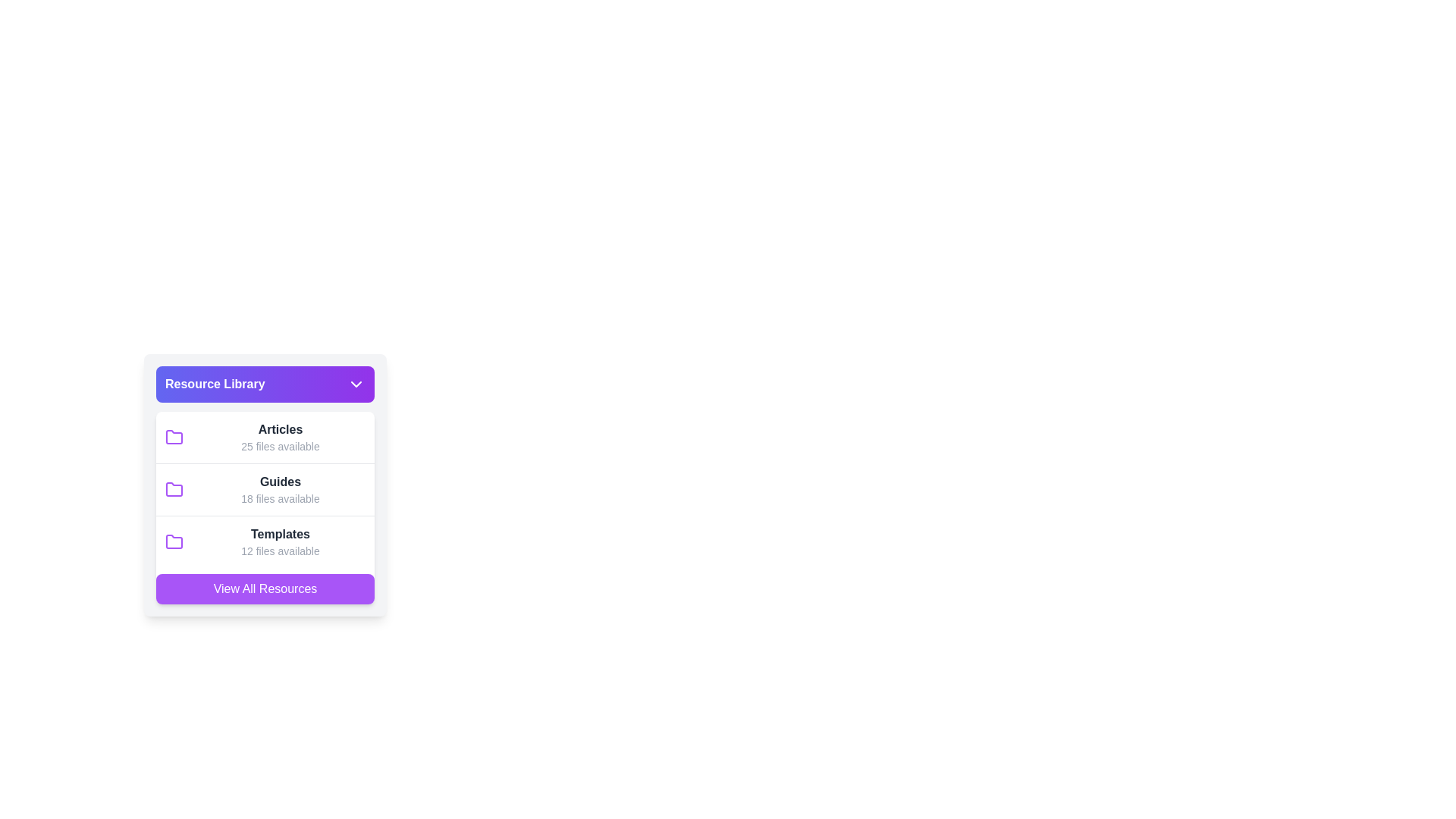 The width and height of the screenshot is (1456, 819). What do you see at coordinates (265, 588) in the screenshot?
I see `the rectangular button with rounded corners and a purple background that reads 'View All Resources' to change its opacity` at bounding box center [265, 588].